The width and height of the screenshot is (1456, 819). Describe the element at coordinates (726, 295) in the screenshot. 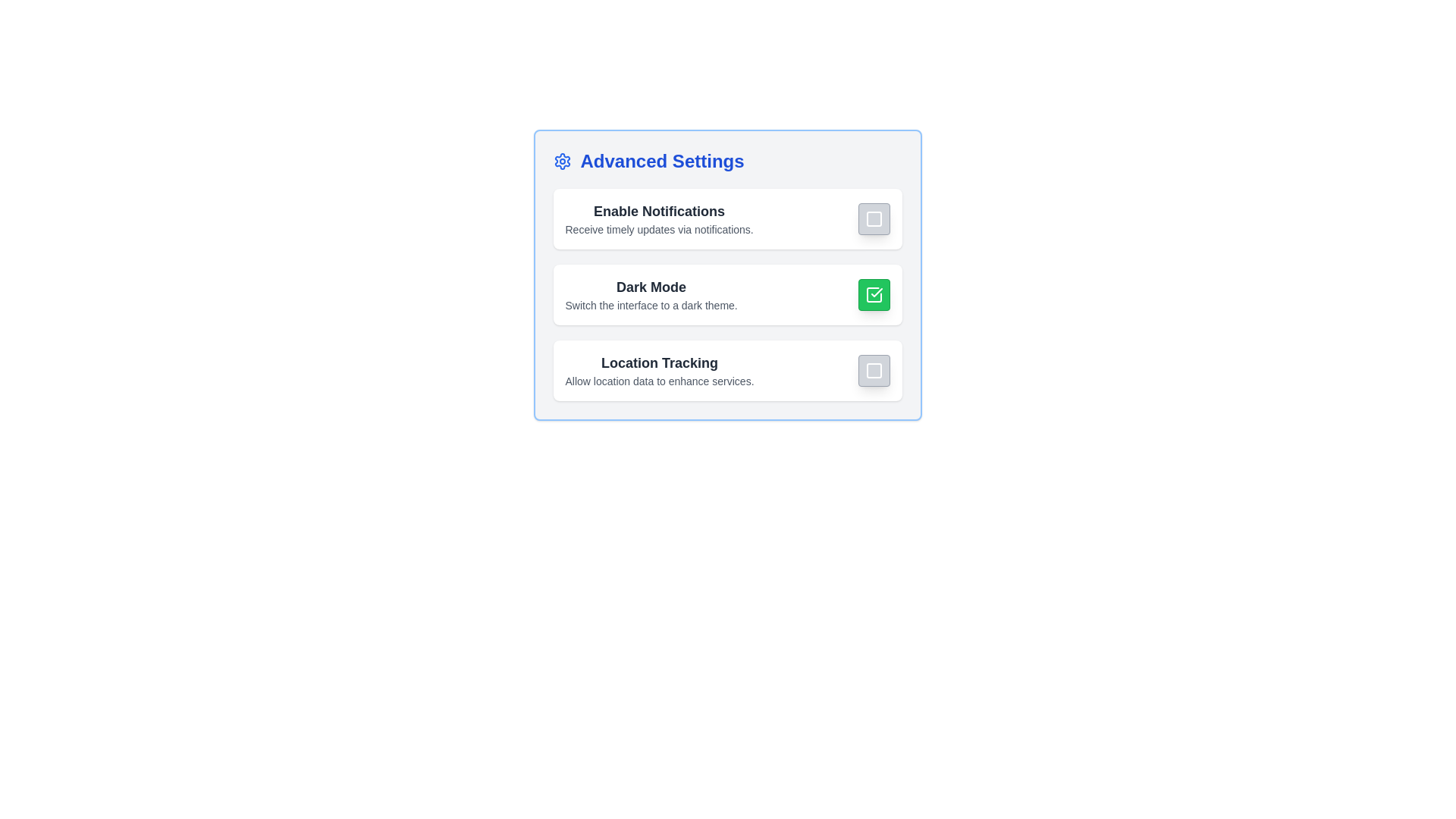

I see `the labeled toggle item for dark mode in the Advanced Settings` at that location.